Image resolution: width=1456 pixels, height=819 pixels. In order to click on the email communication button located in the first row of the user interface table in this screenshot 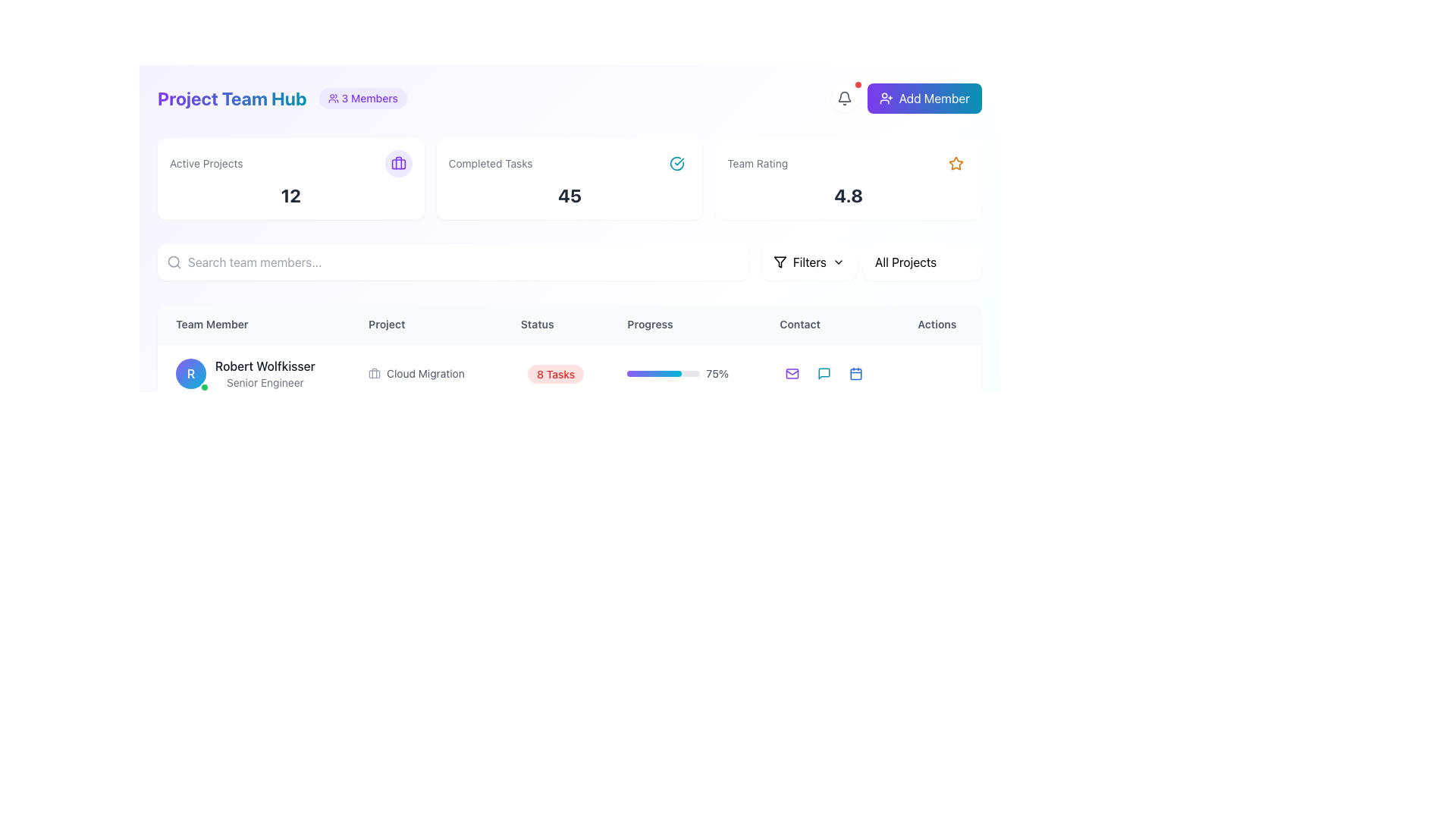, I will do `click(792, 374)`.